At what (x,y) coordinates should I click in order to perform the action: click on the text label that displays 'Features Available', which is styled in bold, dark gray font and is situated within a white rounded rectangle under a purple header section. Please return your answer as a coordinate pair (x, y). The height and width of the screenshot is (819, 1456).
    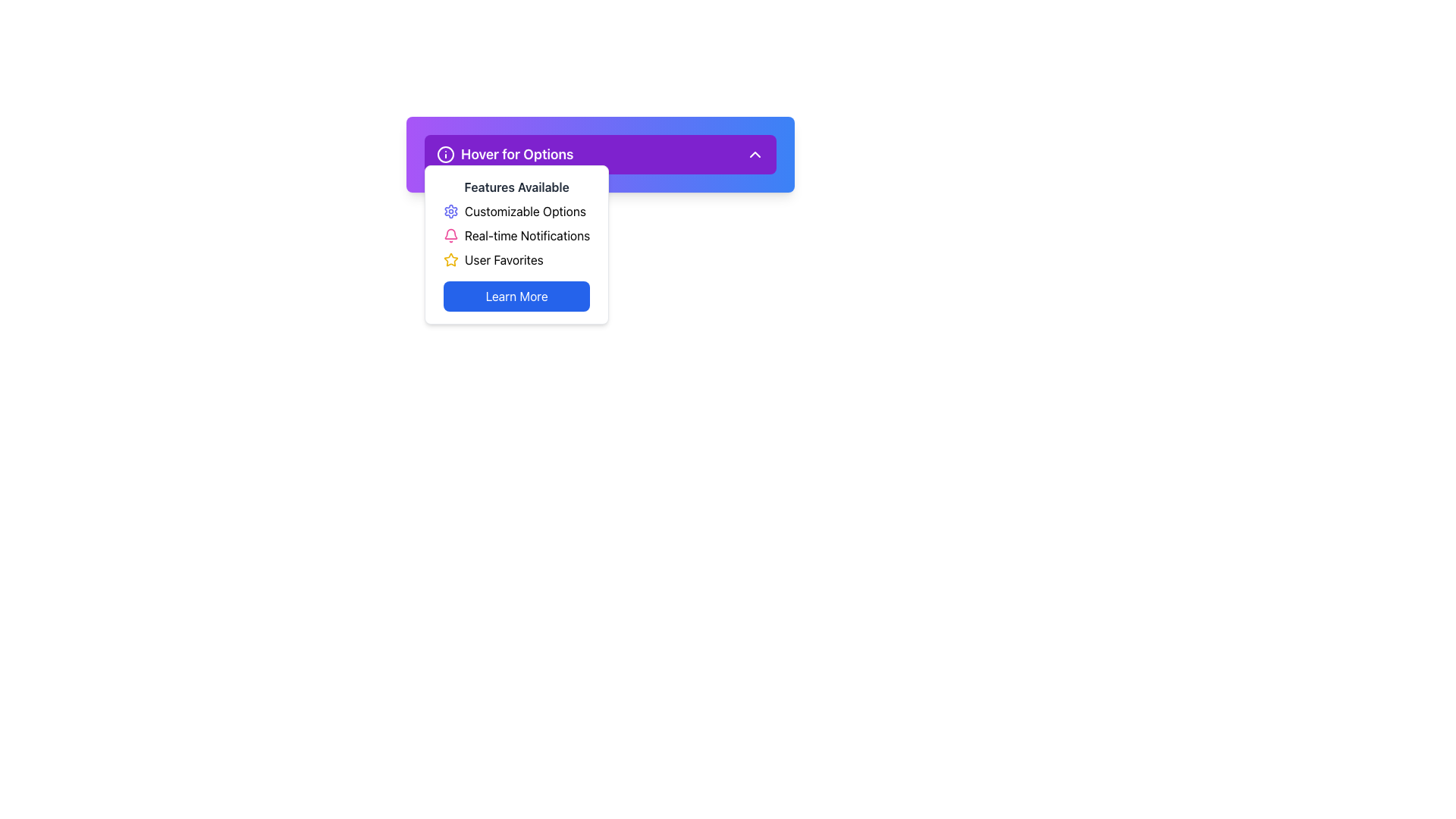
    Looking at the image, I should click on (516, 186).